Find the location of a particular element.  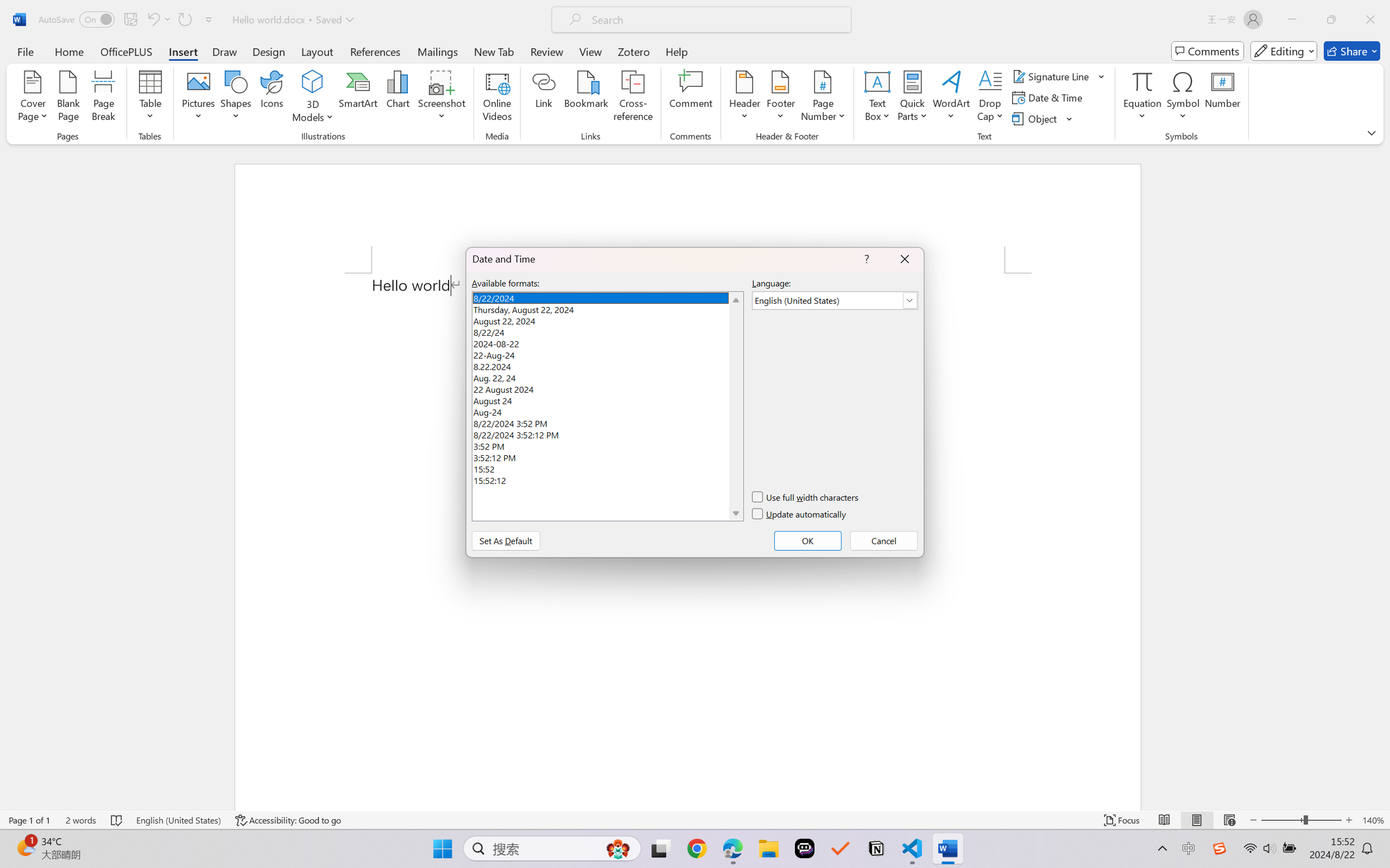

'Cover Page' is located at coordinates (33, 98).